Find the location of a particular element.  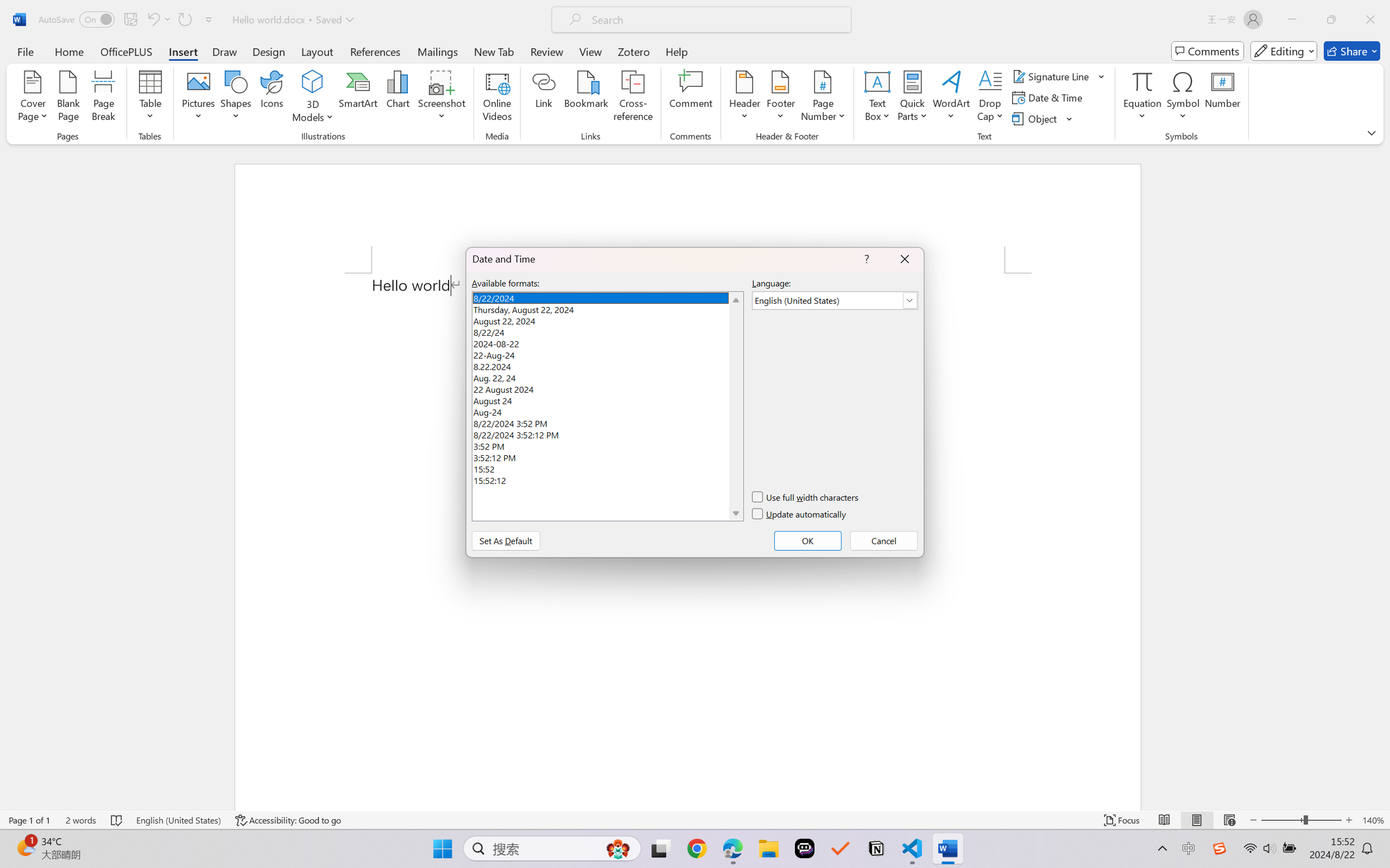

'Cover Page' is located at coordinates (33, 98).